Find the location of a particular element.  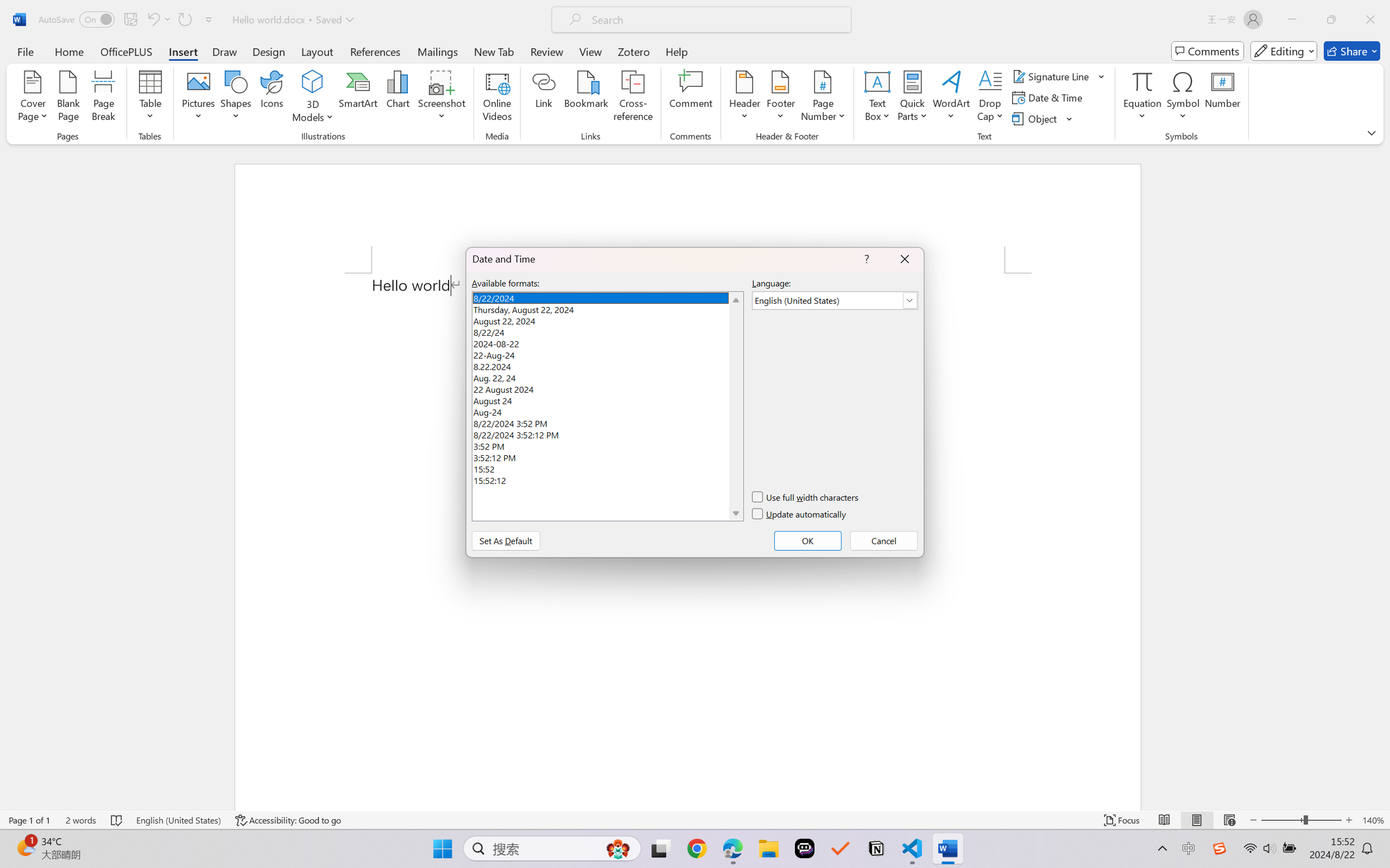

'Cover Page' is located at coordinates (33, 98).